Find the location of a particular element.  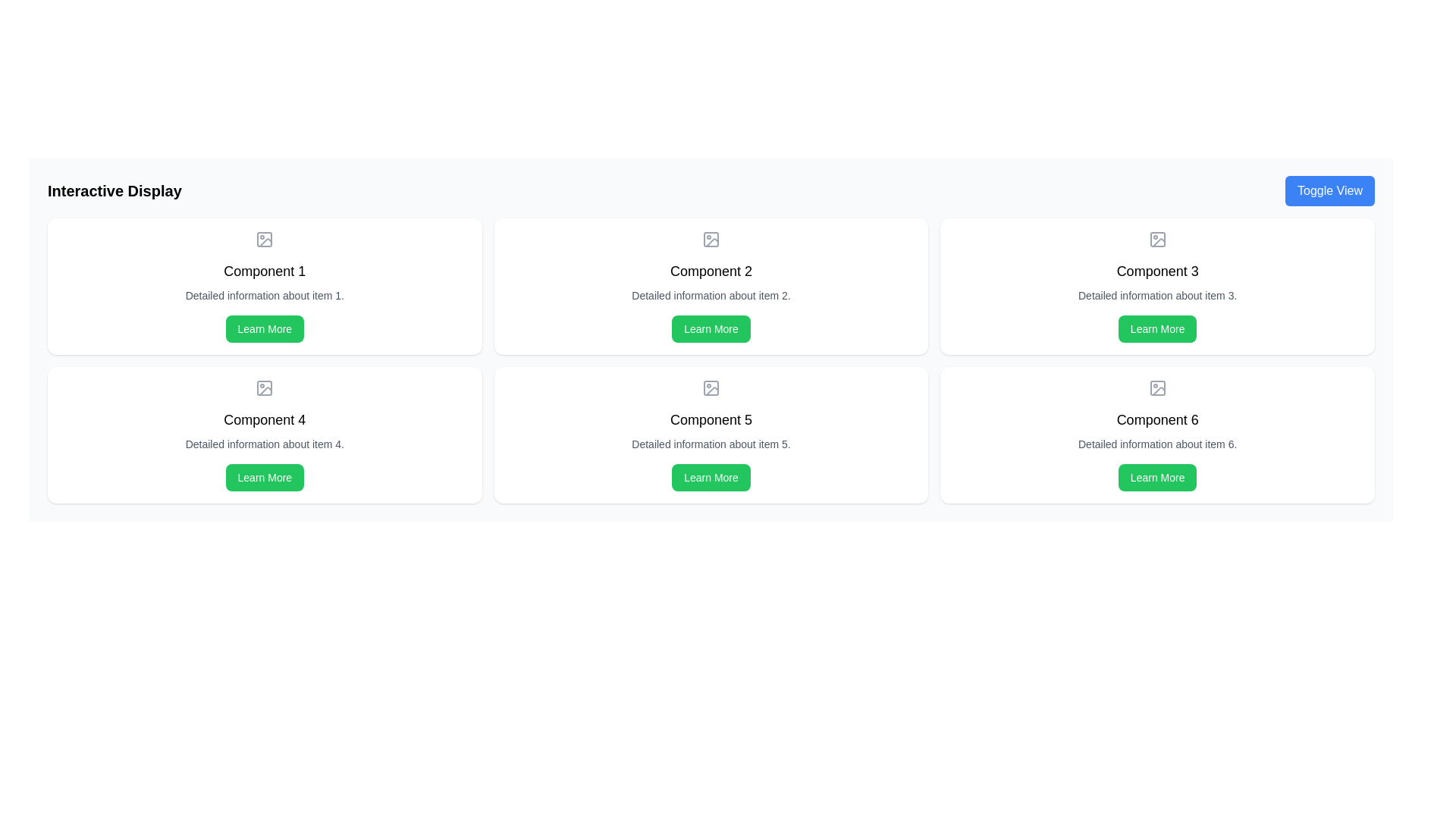

top-left corner square of the image icon within the card labeled 'Component 2' located in the top row, second column of the grid is located at coordinates (710, 239).